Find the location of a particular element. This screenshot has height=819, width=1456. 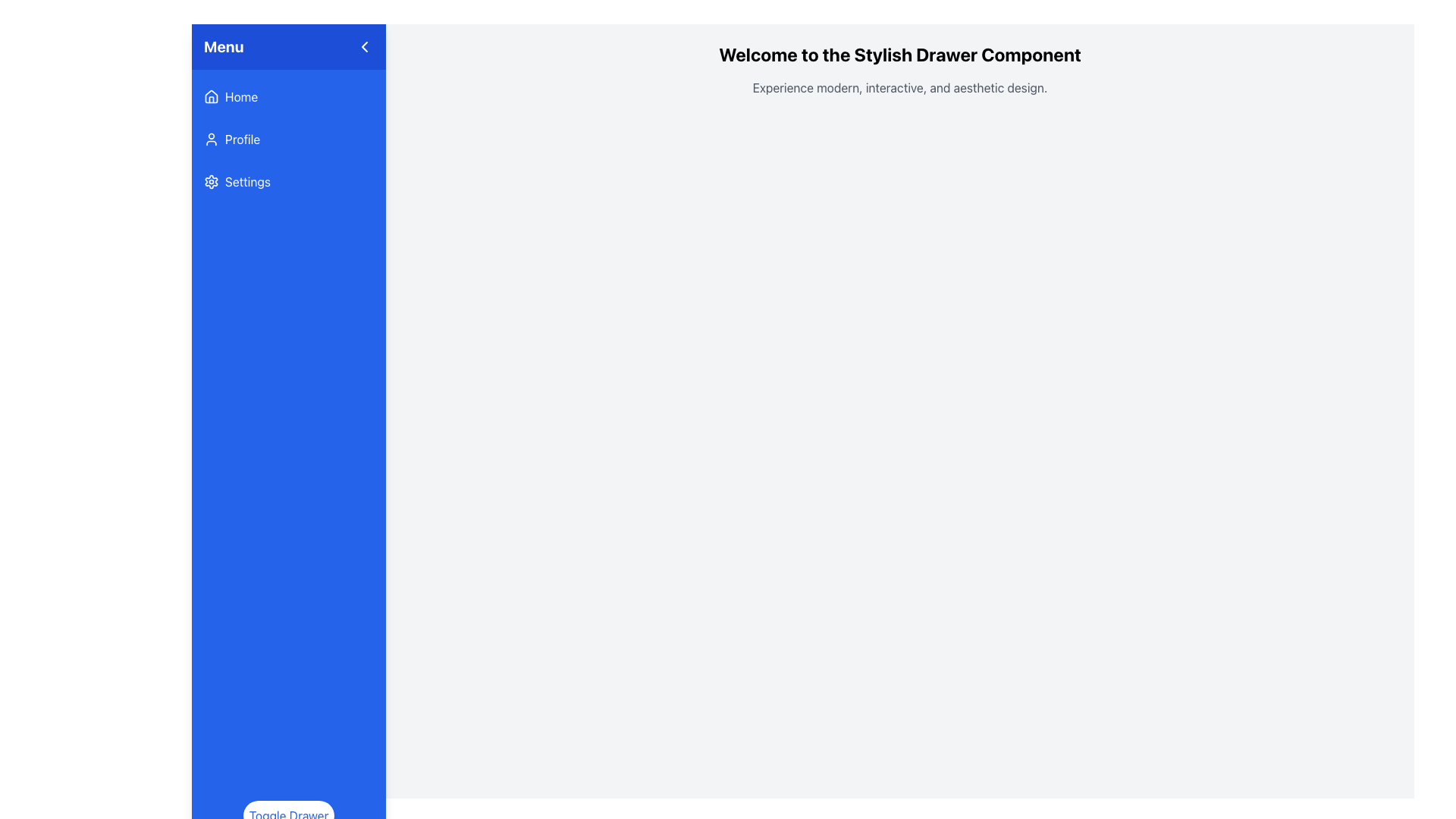

the house-shaped icon in the left sidebar menu labeled 'Home', which is styled in white with a blue background is located at coordinates (210, 96).